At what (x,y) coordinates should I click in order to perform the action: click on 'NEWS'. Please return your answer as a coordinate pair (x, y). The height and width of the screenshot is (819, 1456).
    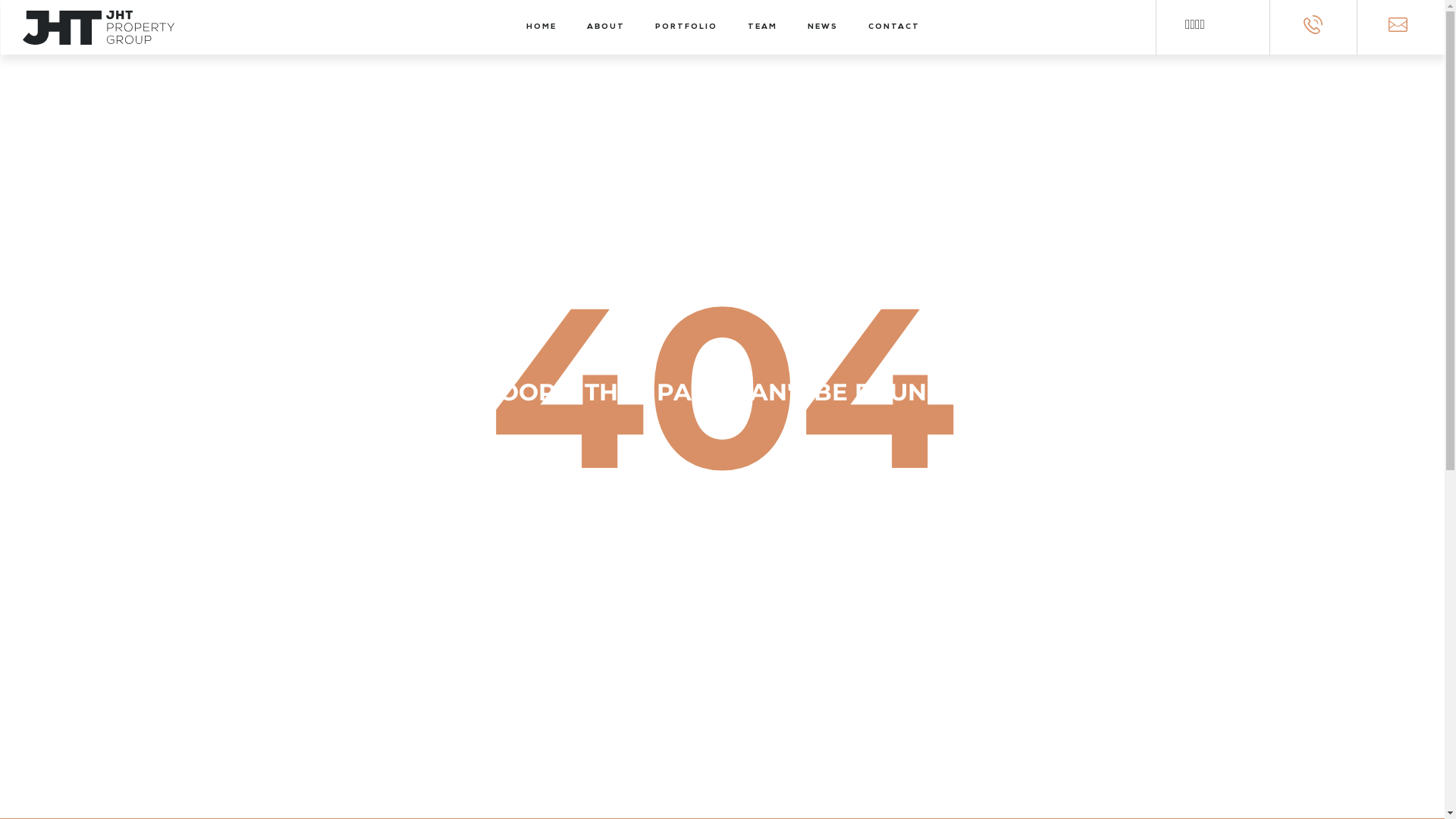
    Looking at the image, I should click on (821, 27).